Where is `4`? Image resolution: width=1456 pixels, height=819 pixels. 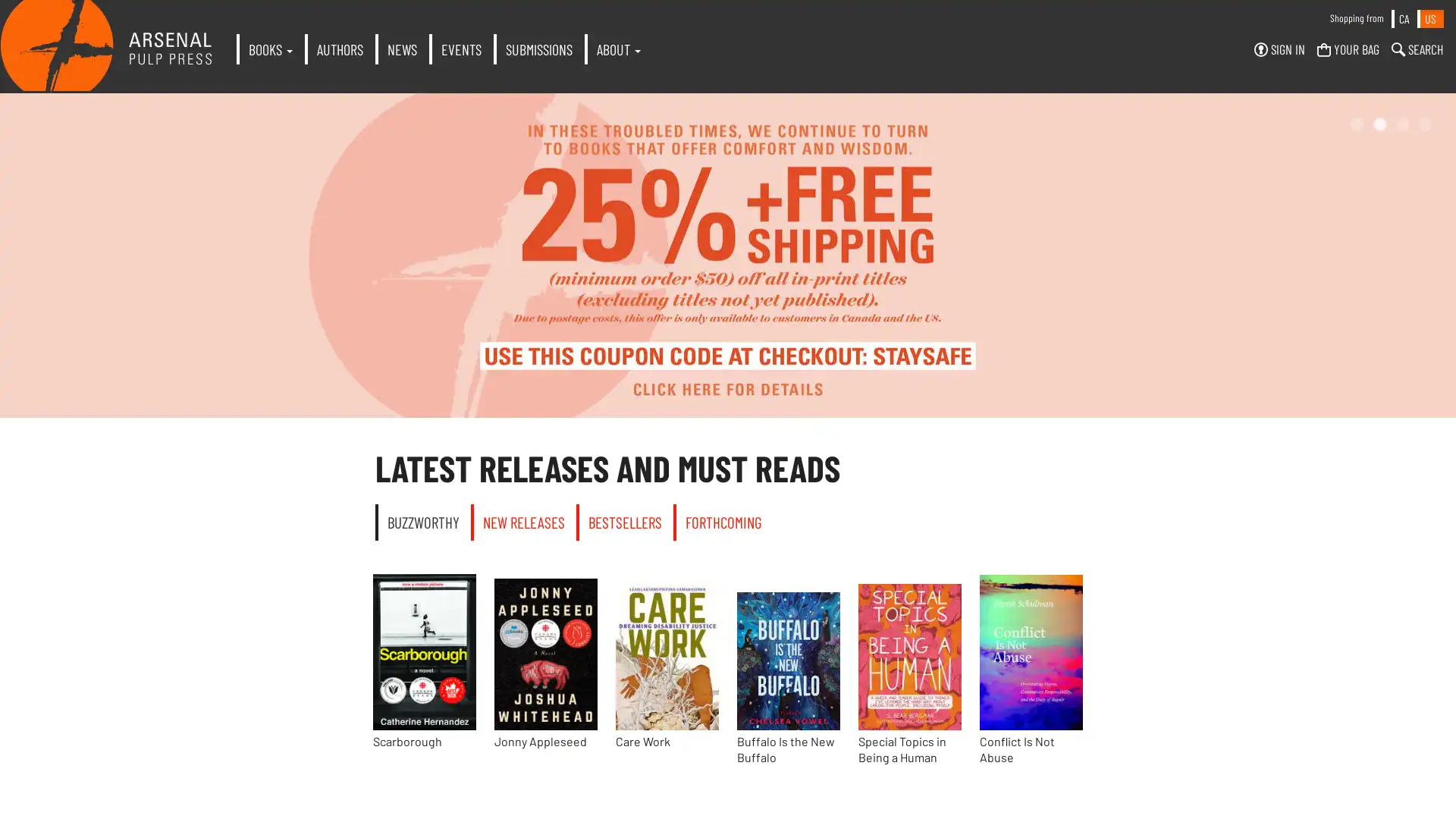 4 is located at coordinates (1425, 124).